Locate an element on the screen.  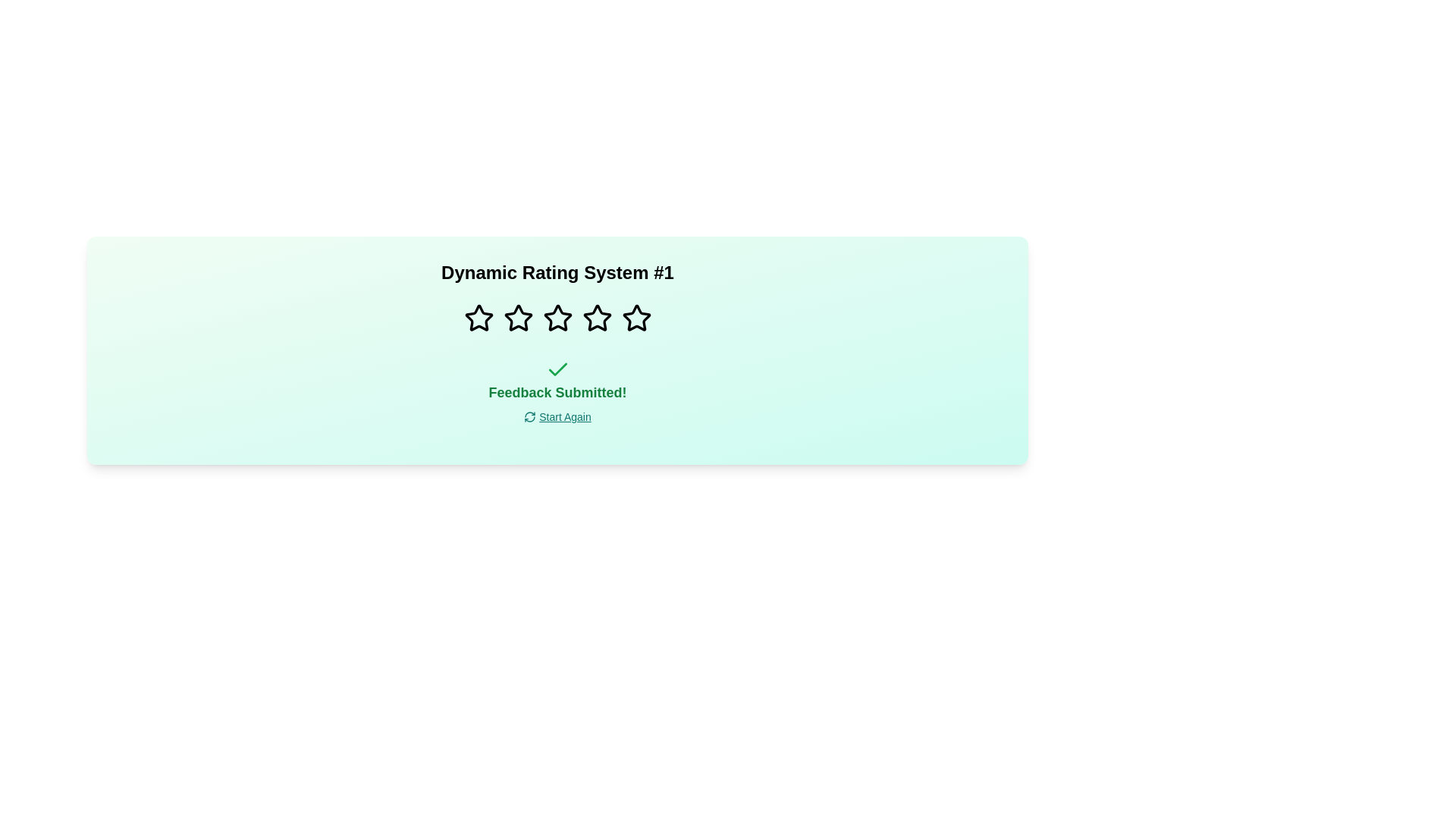
the fifth star icon in the dynamic rating system is located at coordinates (636, 318).